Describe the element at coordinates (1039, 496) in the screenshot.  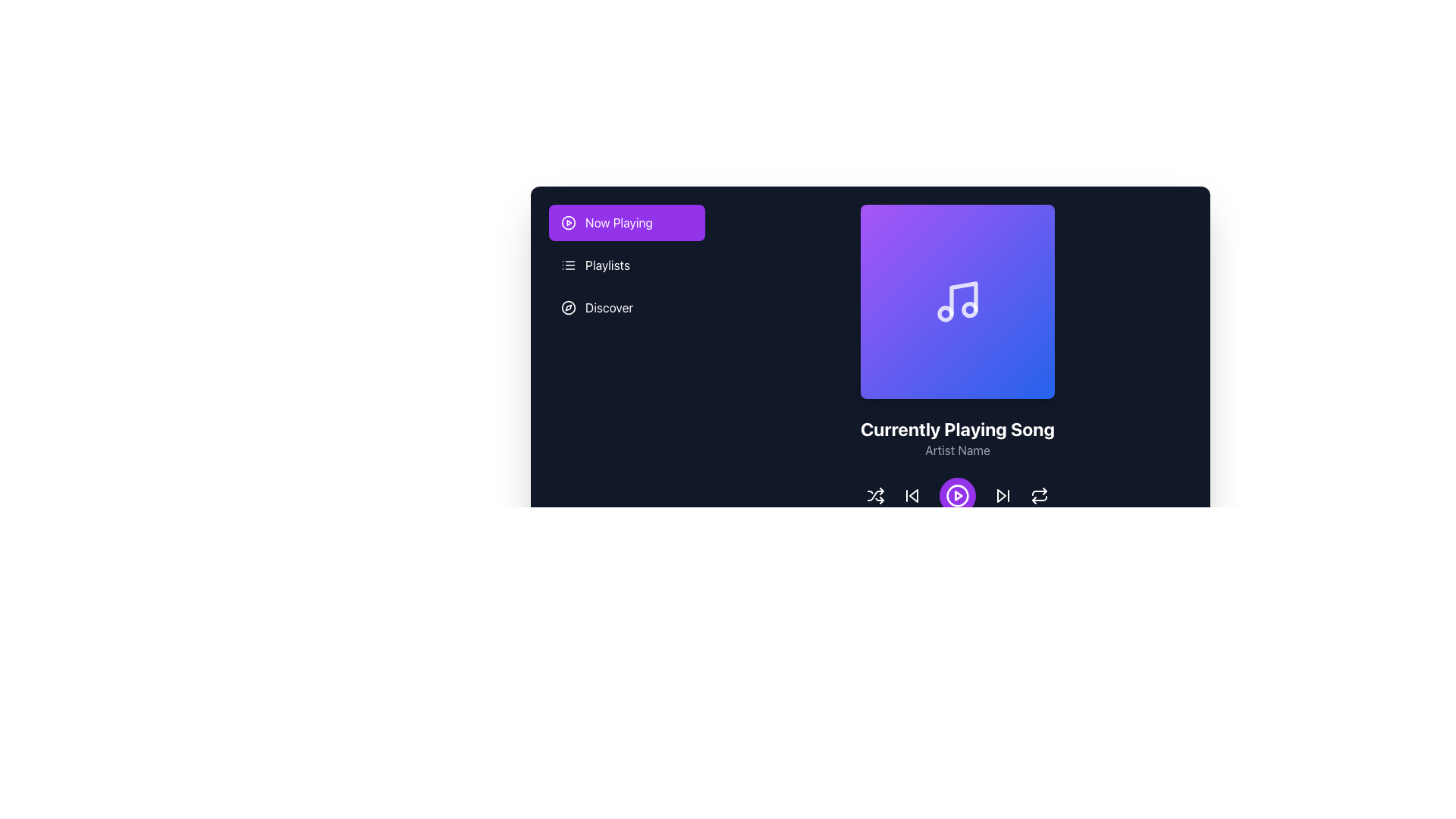
I see `the circular repeat function button with a dark background and white detailing` at that location.